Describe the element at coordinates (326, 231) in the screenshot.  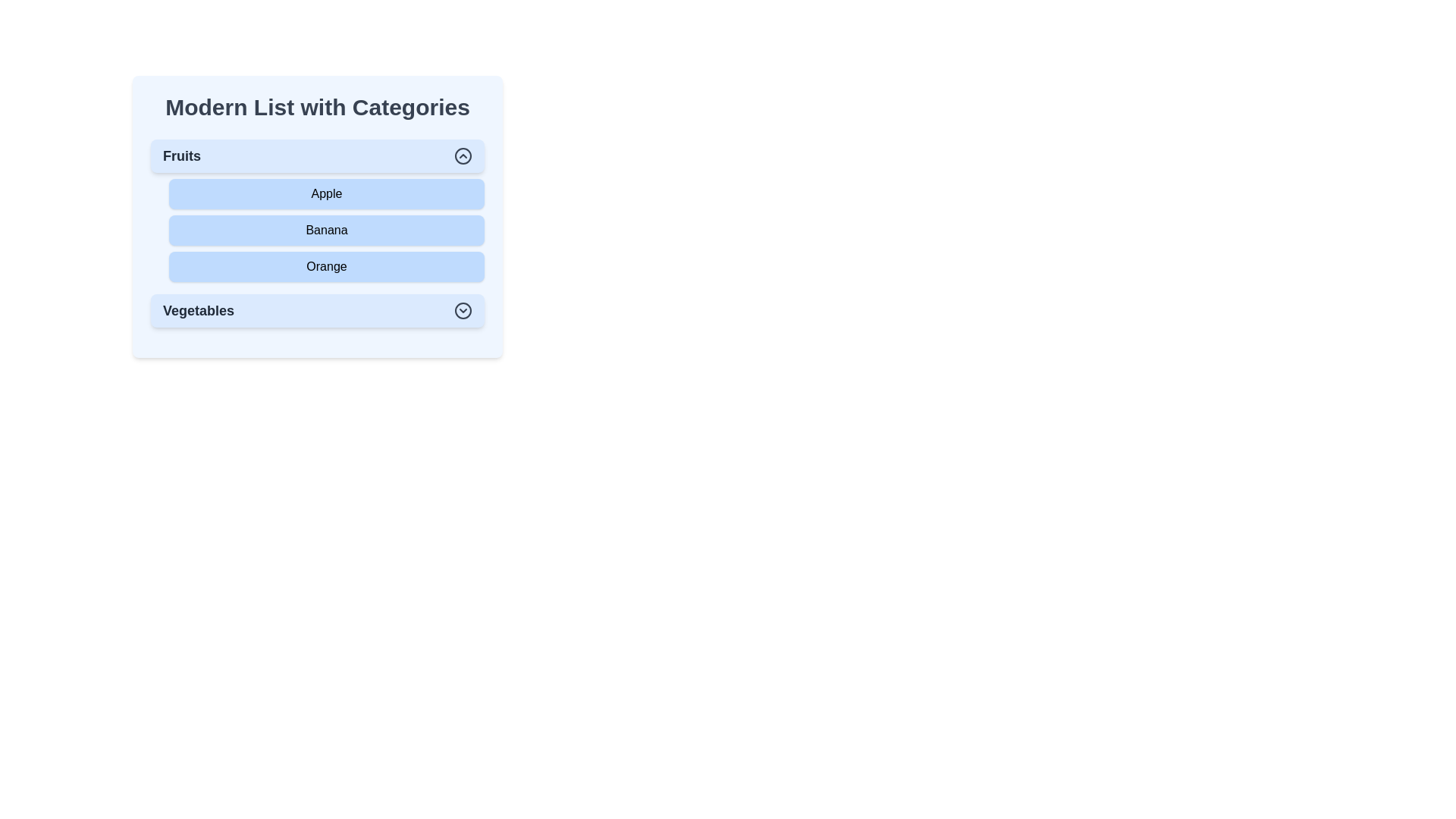
I see `the item Banana from the list` at that location.